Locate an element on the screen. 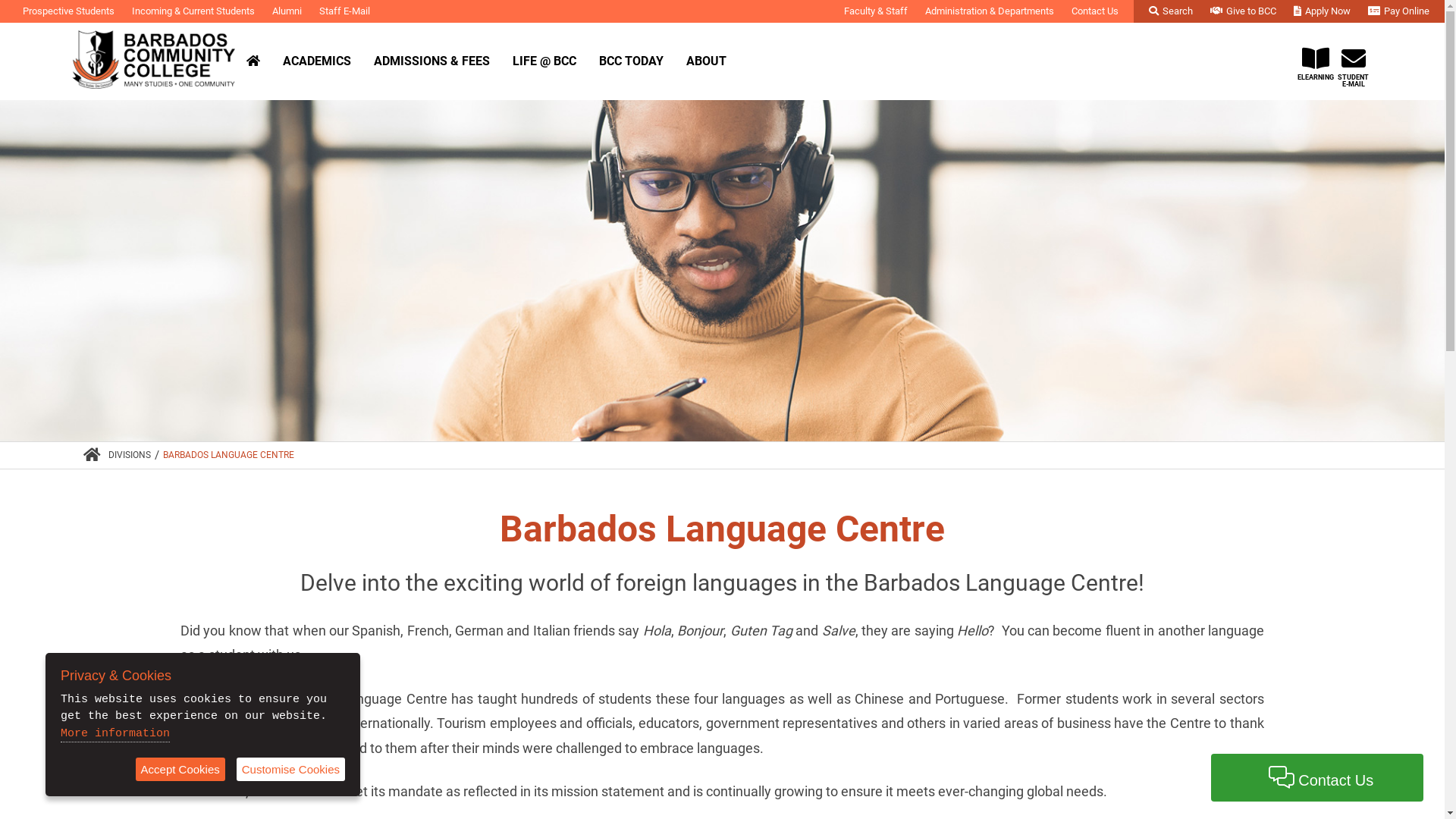  'ABOUT' is located at coordinates (673, 61).